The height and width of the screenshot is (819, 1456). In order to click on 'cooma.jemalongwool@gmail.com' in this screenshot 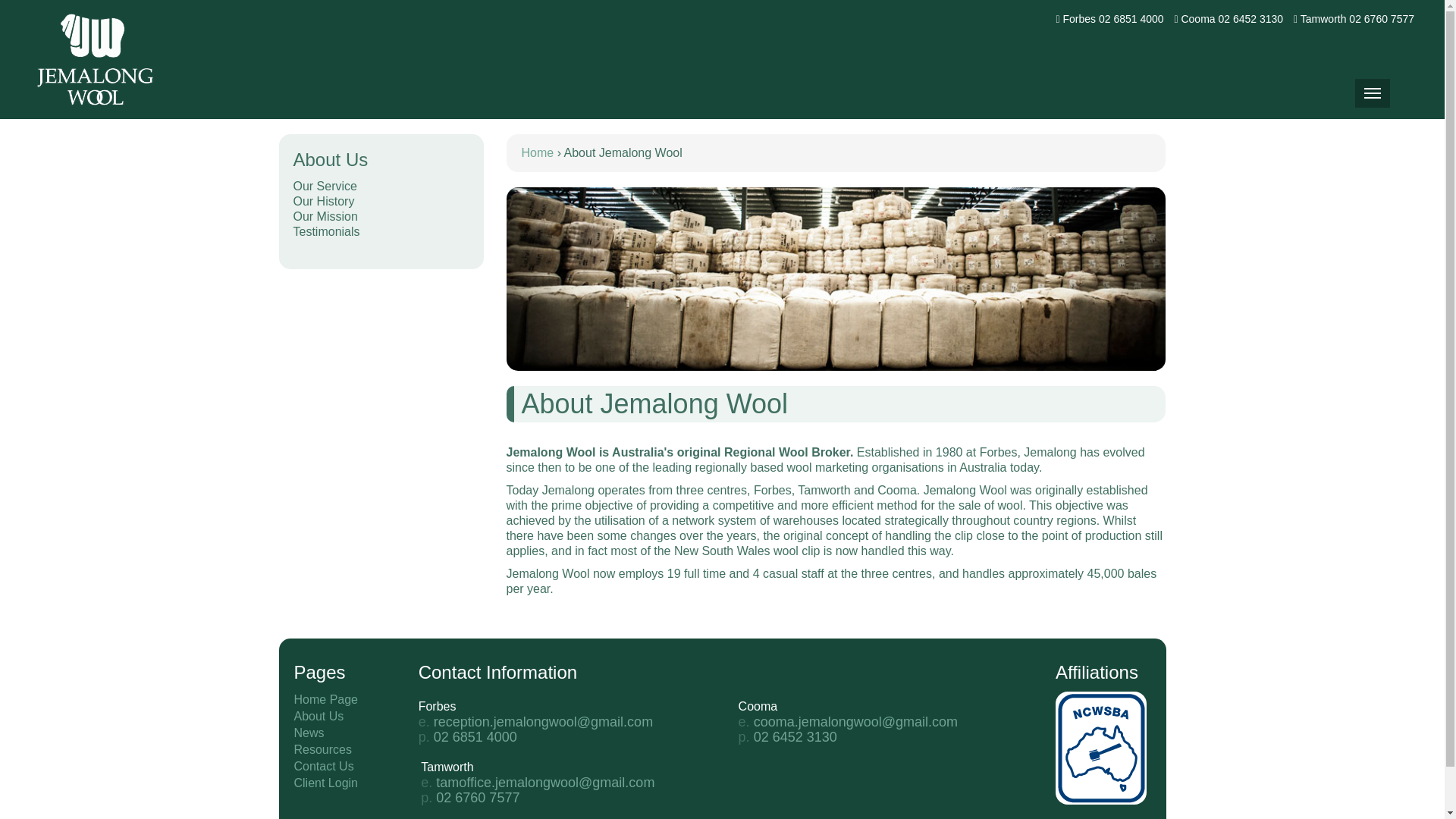, I will do `click(855, 721)`.